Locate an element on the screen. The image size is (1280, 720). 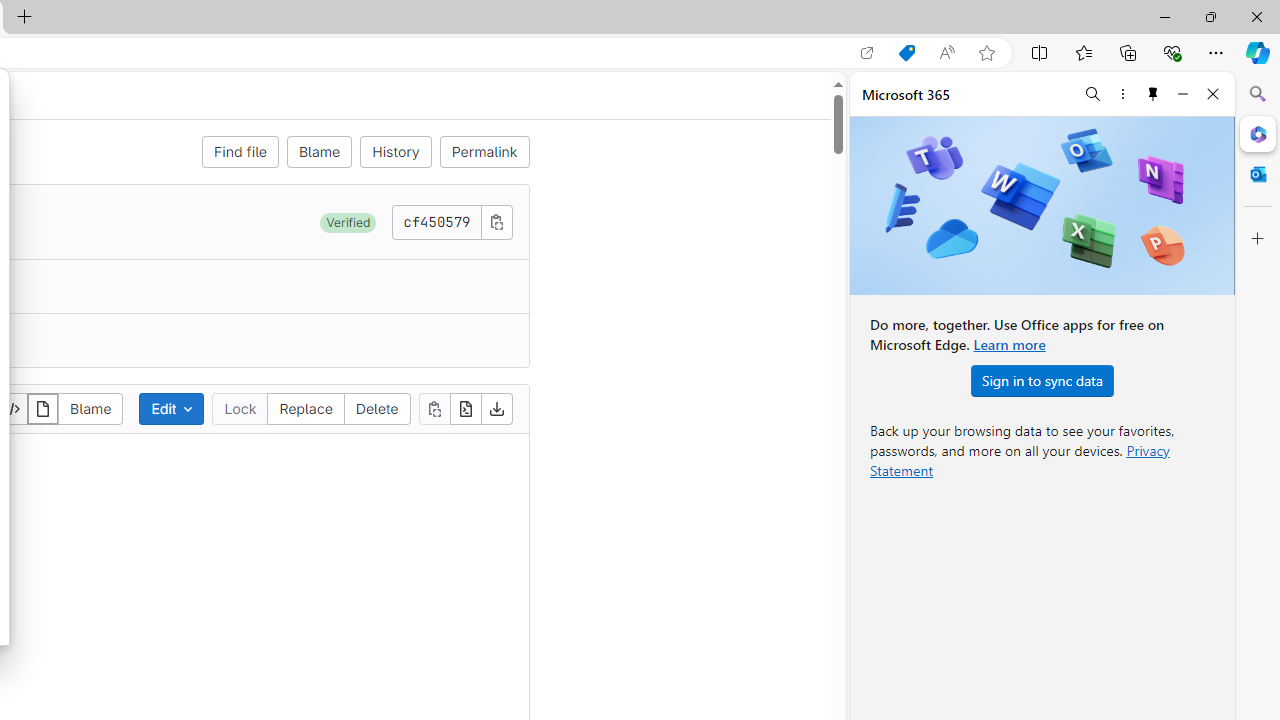
'Privacy Statement' is located at coordinates (1020, 460).